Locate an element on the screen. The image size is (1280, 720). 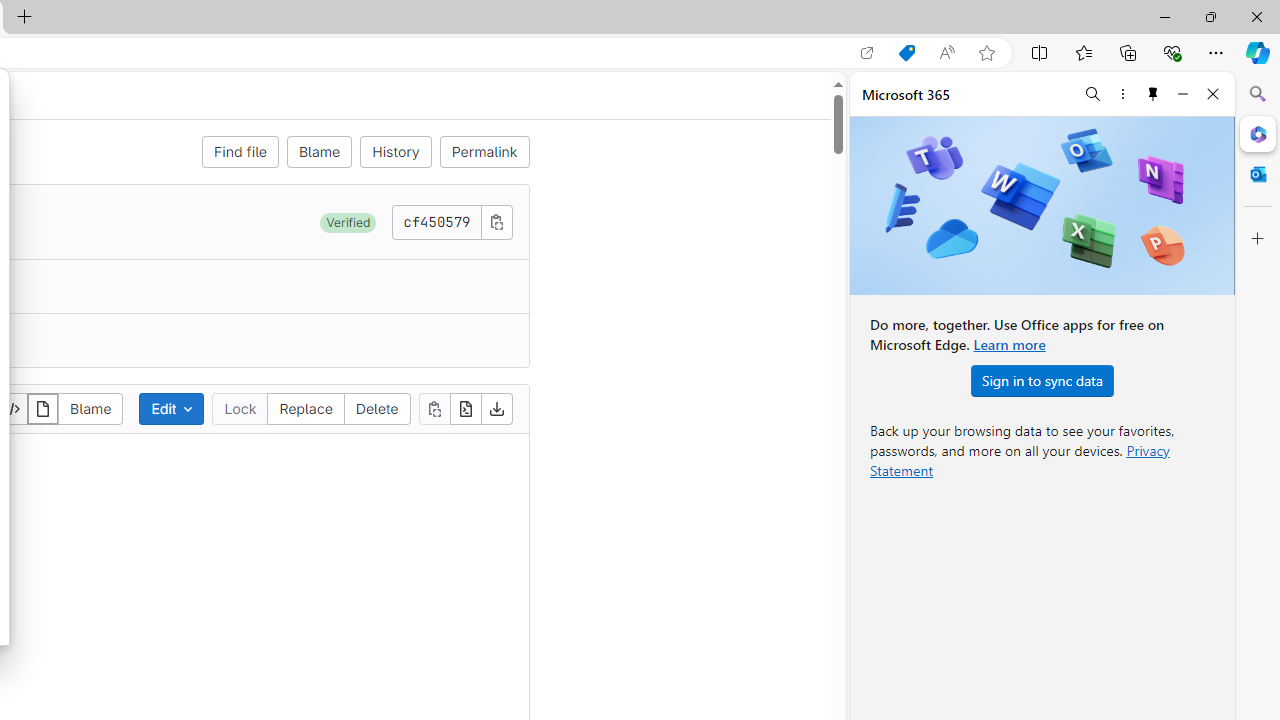
'Privacy Statement' is located at coordinates (1020, 460).